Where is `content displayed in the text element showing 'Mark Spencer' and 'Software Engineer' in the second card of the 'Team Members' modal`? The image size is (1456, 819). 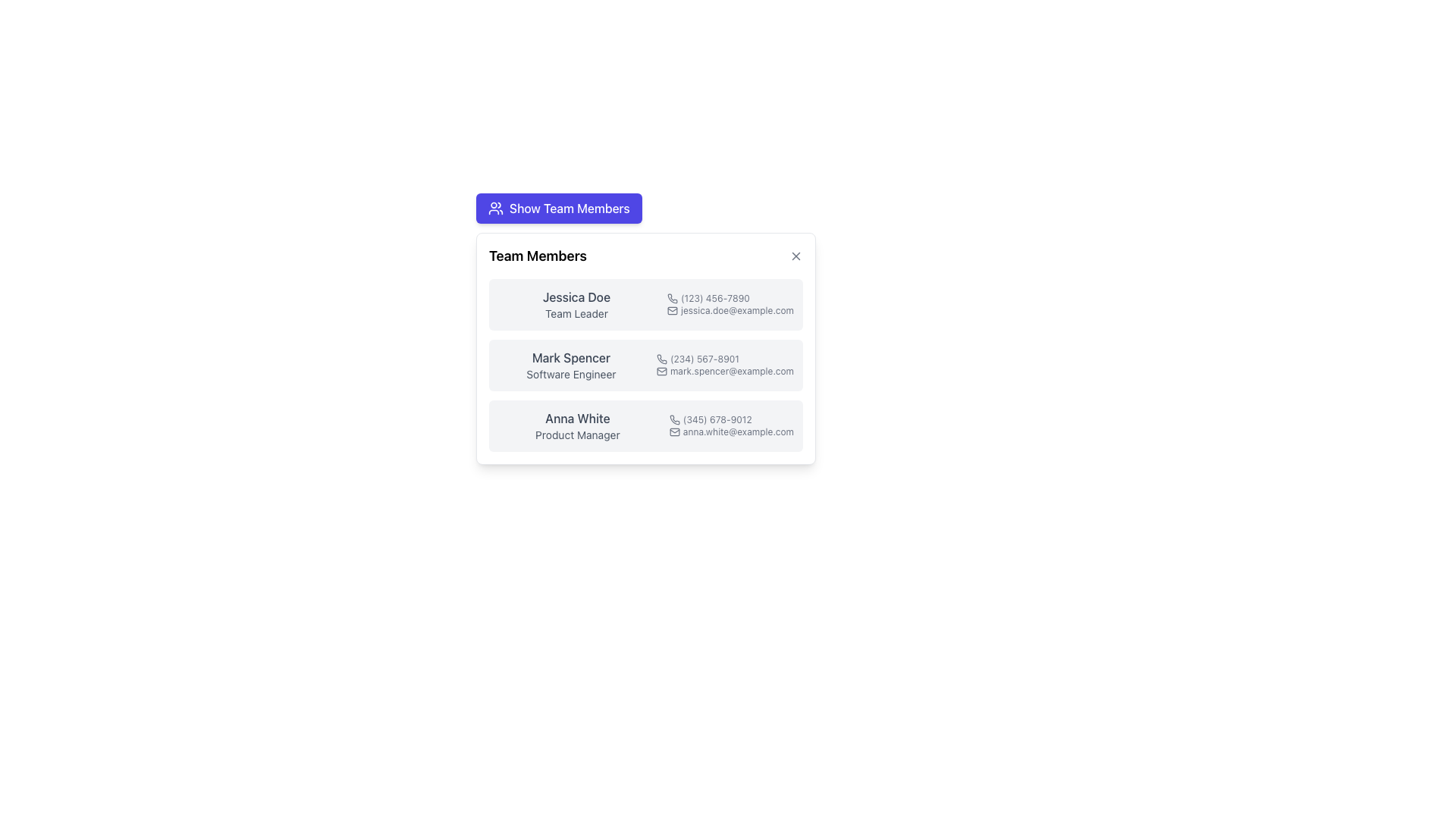 content displayed in the text element showing 'Mark Spencer' and 'Software Engineer' in the second card of the 'Team Members' modal is located at coordinates (570, 366).